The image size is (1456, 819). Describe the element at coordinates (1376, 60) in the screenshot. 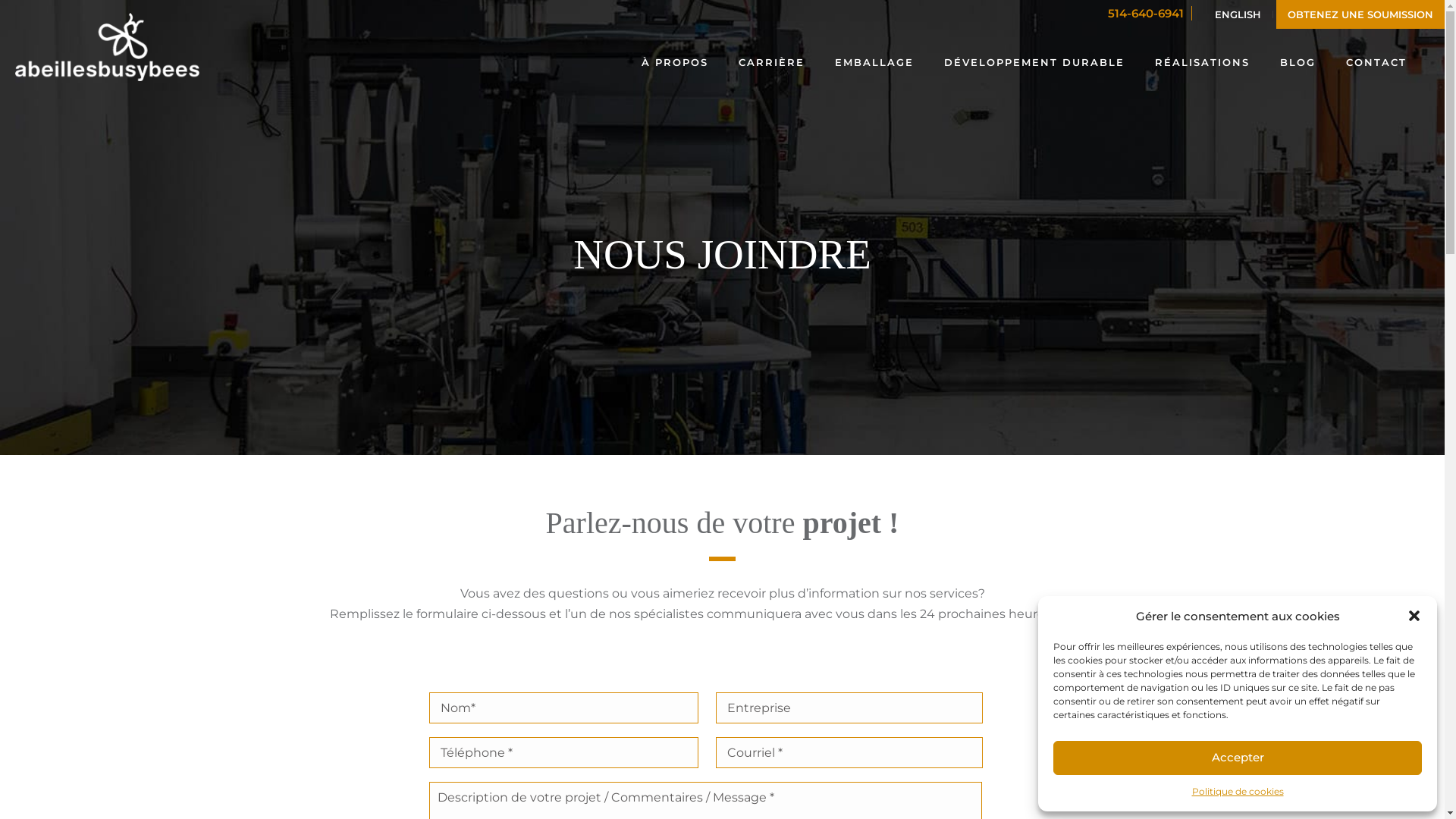

I see `'CONTACT'` at that location.